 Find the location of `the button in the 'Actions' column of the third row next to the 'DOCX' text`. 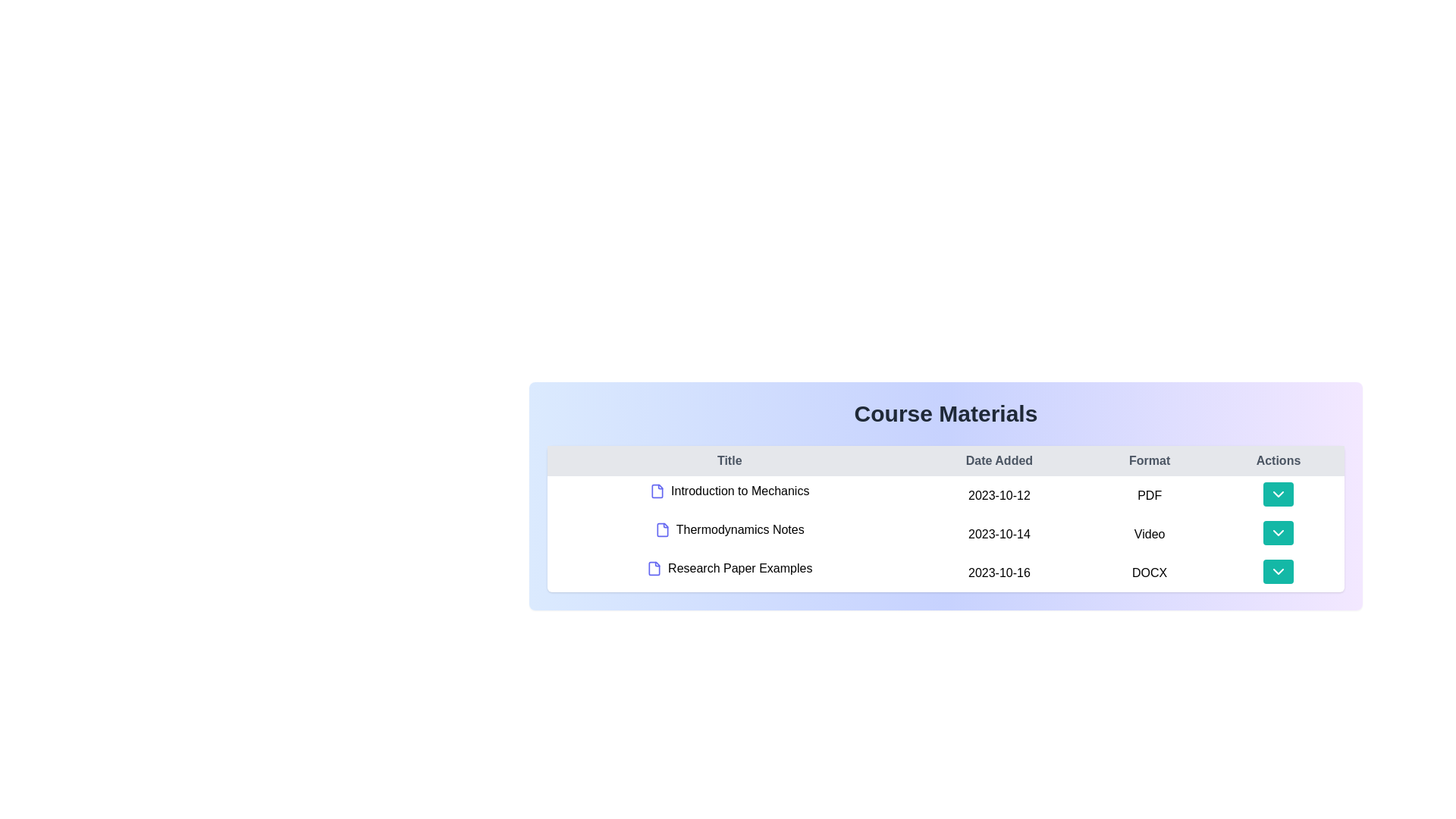

the button in the 'Actions' column of the third row next to the 'DOCX' text is located at coordinates (1277, 573).